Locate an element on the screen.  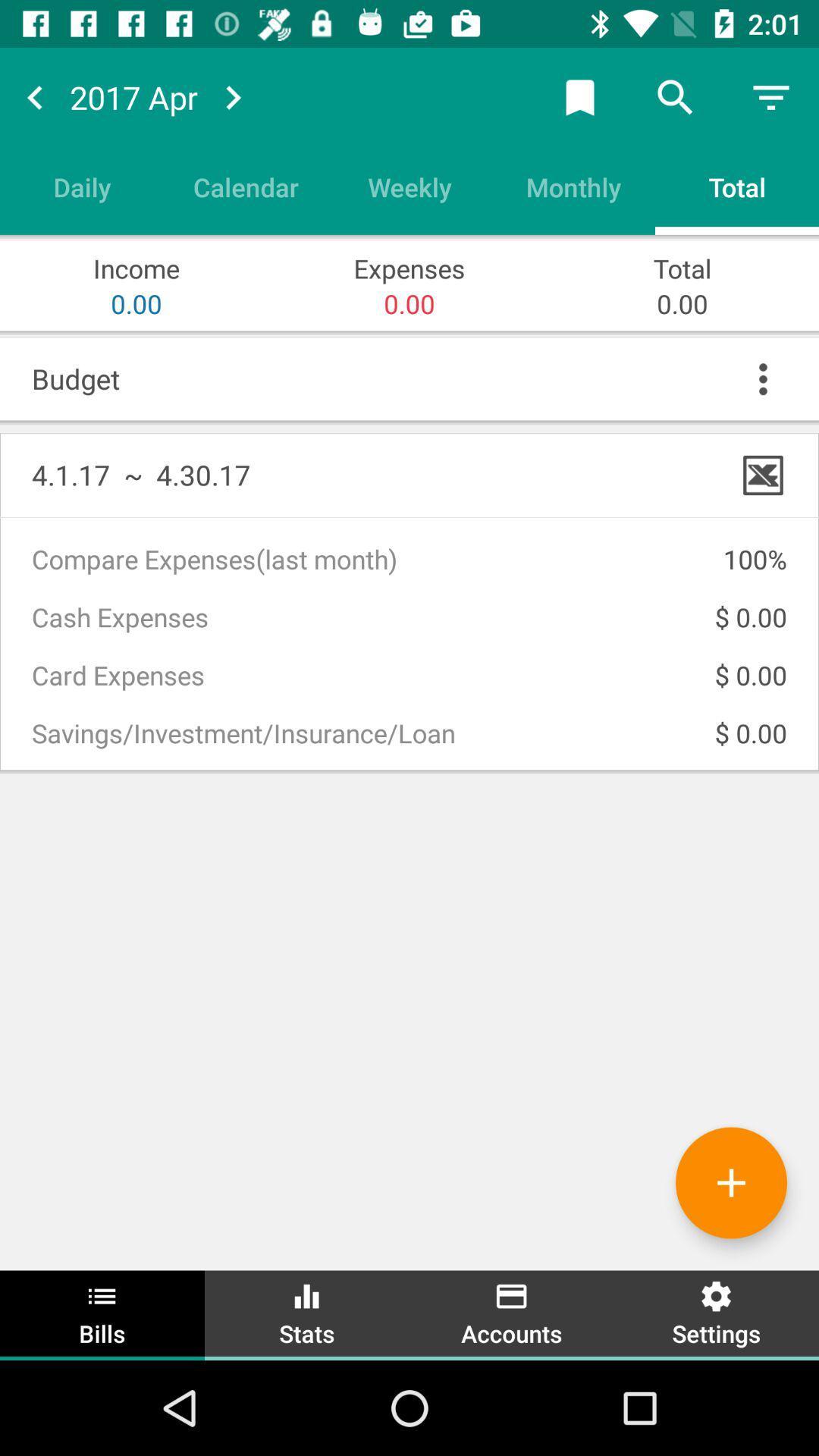
the add icon is located at coordinates (730, 1182).